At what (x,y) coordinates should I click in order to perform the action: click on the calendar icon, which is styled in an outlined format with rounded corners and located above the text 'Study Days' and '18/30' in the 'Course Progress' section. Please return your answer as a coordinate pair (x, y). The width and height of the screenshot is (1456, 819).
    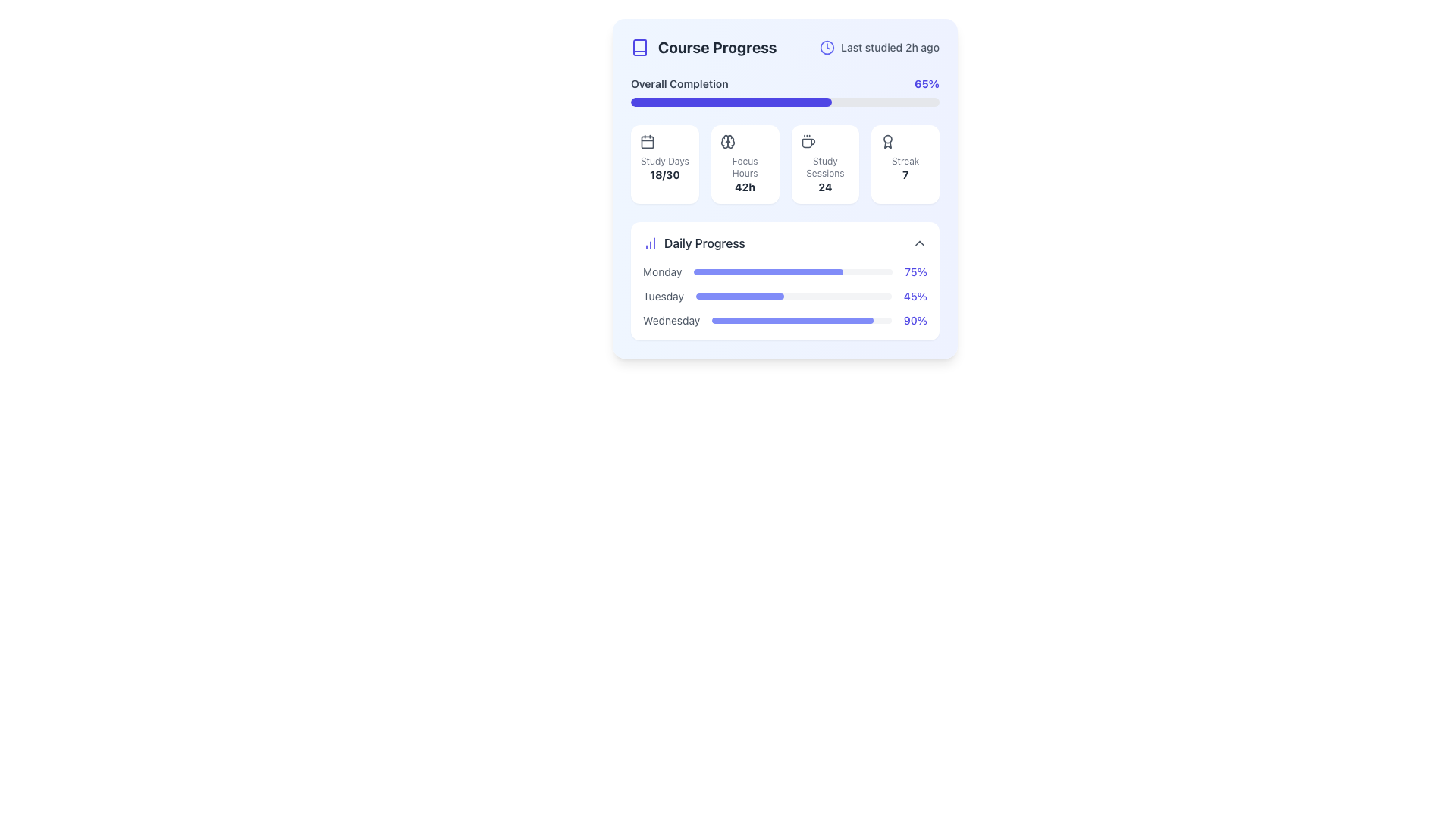
    Looking at the image, I should click on (648, 141).